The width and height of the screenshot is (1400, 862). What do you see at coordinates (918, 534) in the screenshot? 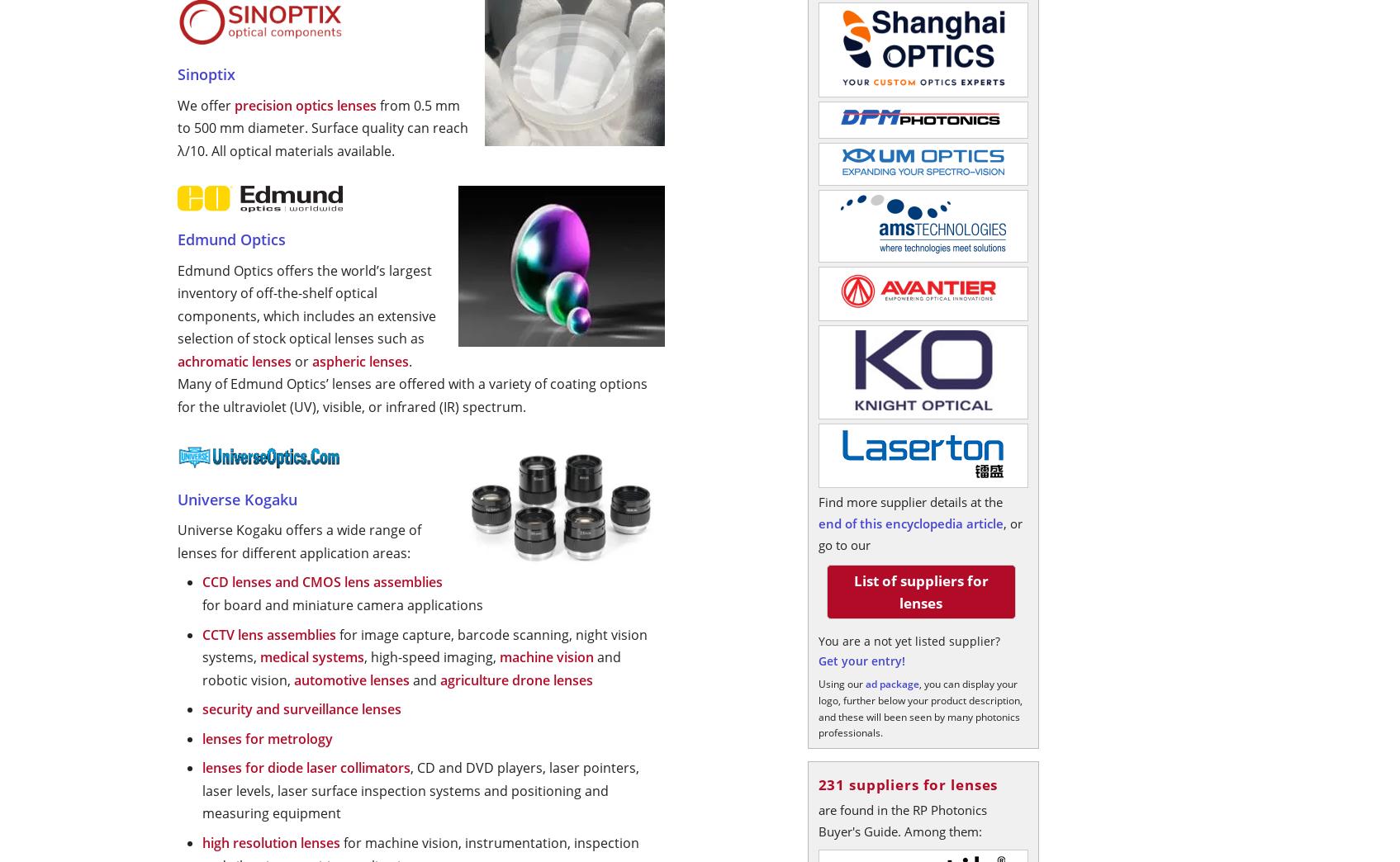
I see `', or go to our'` at bounding box center [918, 534].